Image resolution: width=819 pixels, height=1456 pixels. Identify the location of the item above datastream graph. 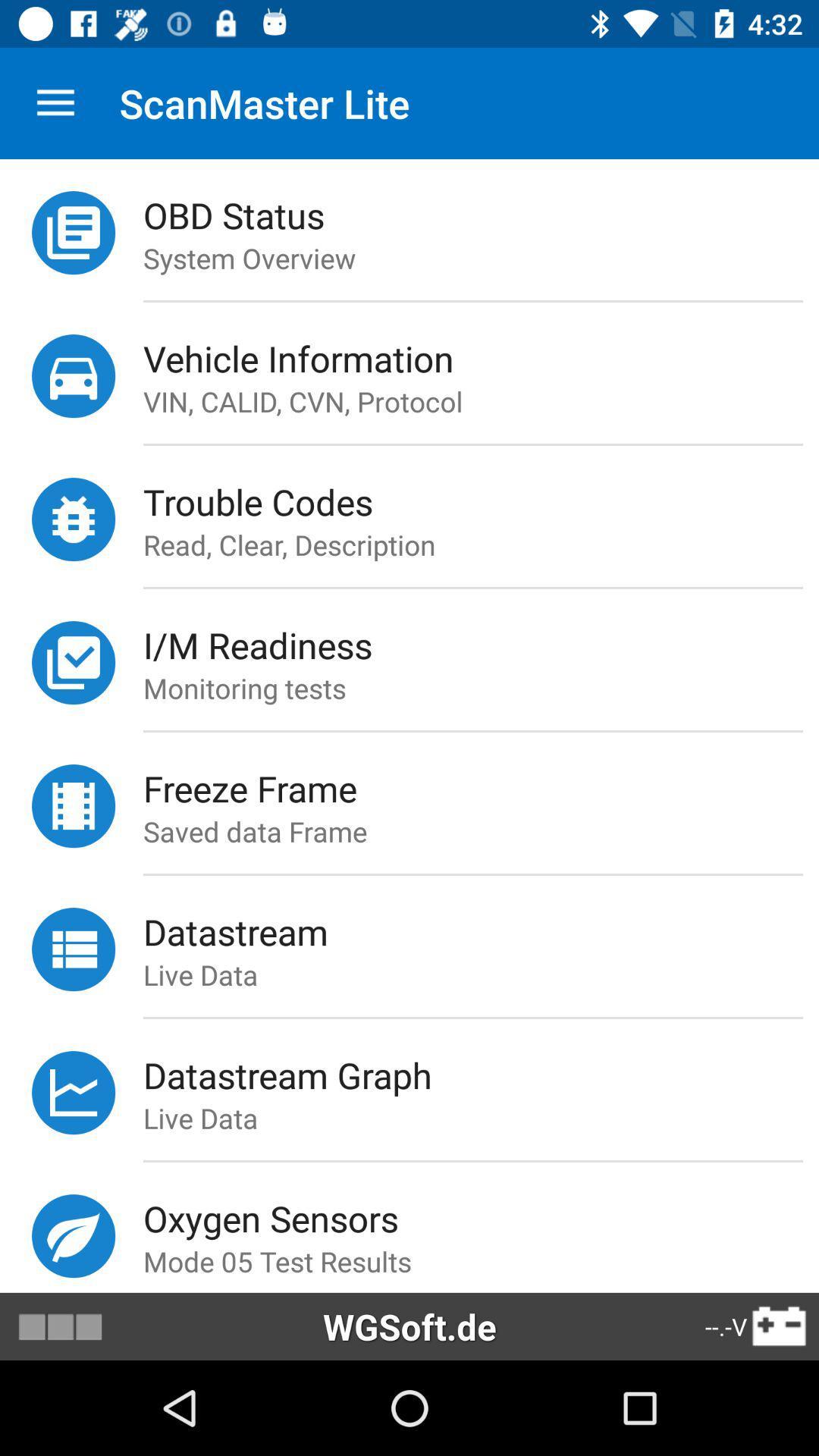
(472, 1018).